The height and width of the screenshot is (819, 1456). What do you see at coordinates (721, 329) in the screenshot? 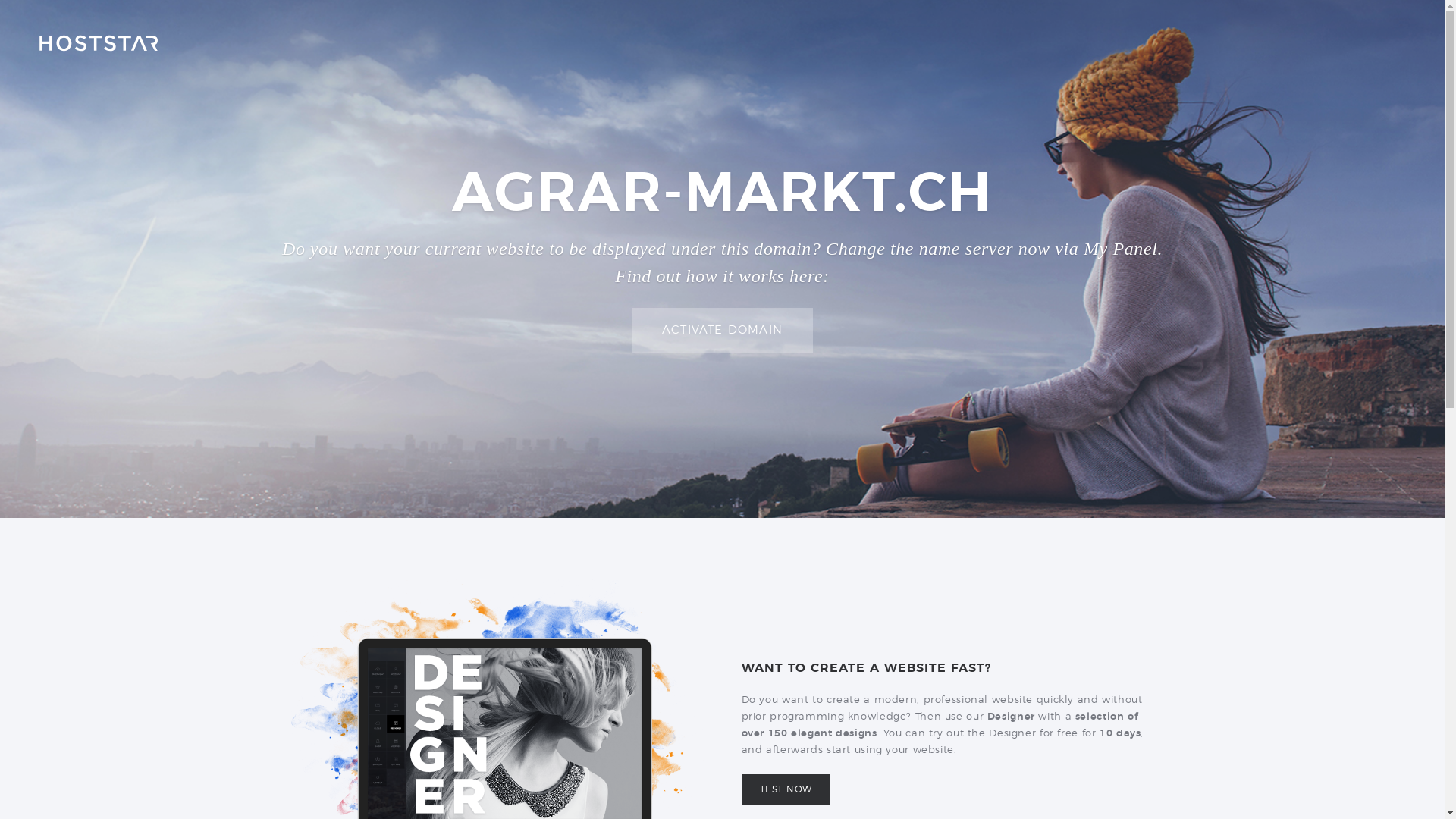
I see `'ACTIVATE DOMAIN'` at bounding box center [721, 329].